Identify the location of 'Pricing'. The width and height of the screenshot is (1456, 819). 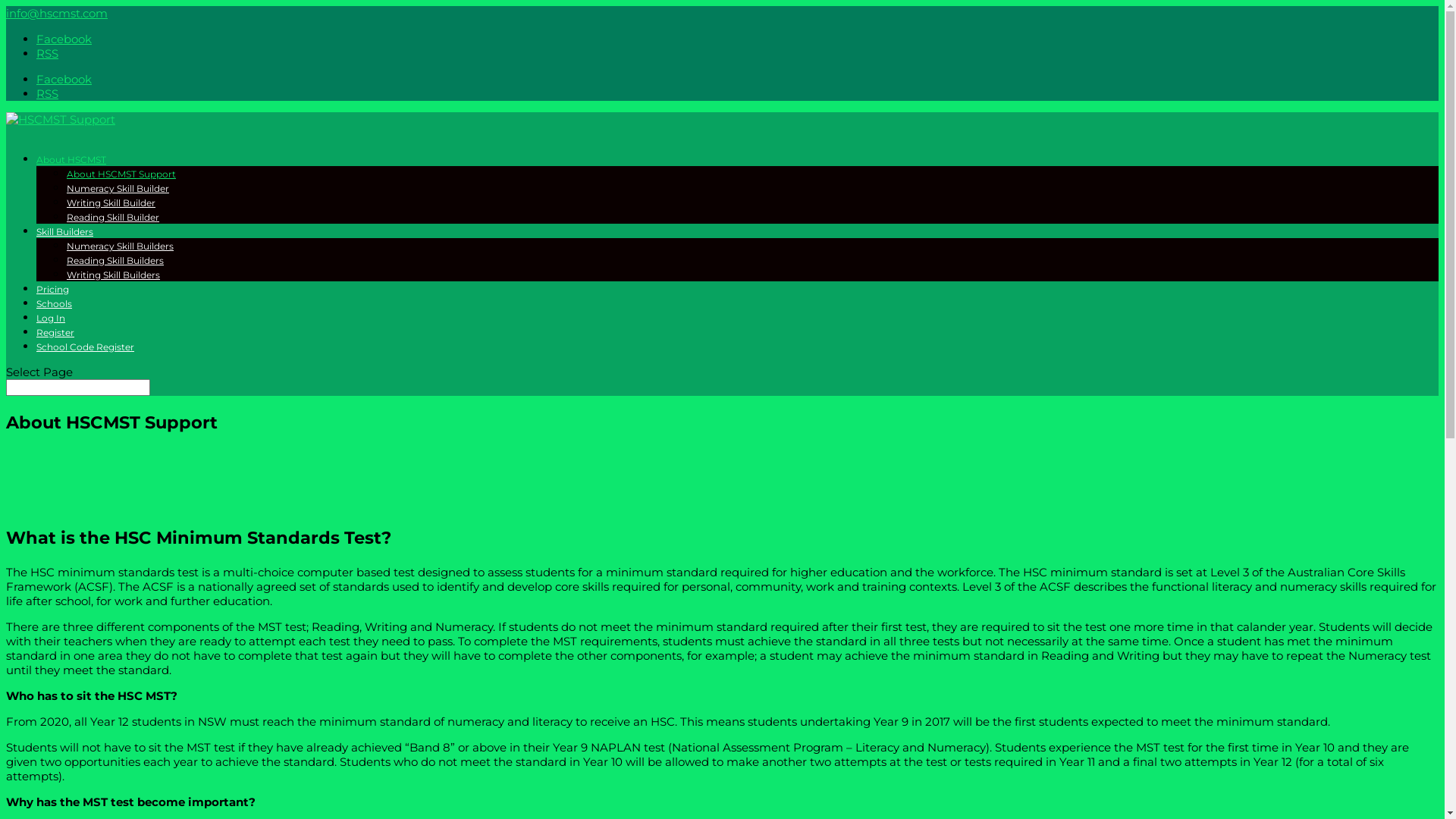
(52, 296).